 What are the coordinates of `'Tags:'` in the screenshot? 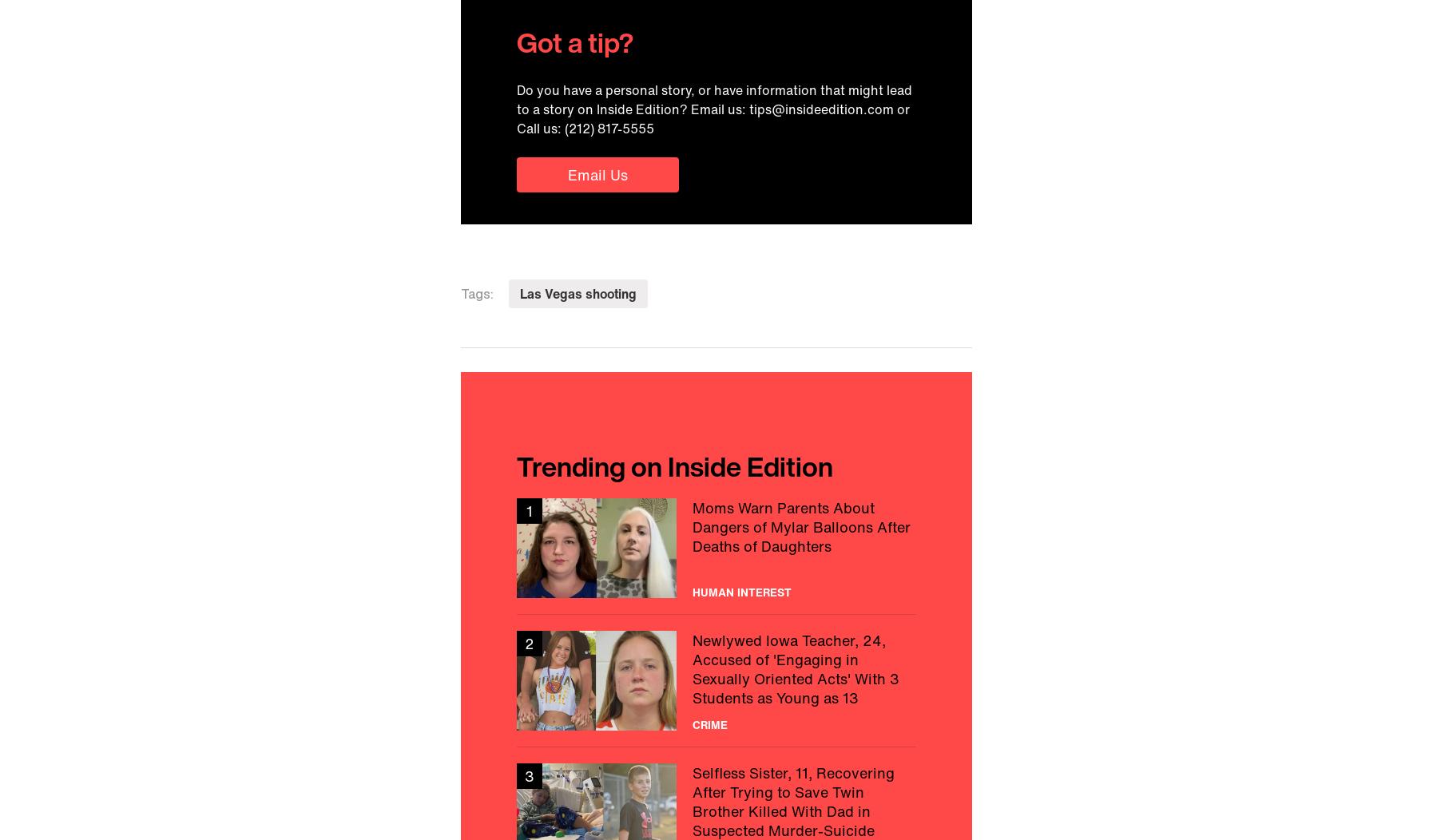 It's located at (477, 293).